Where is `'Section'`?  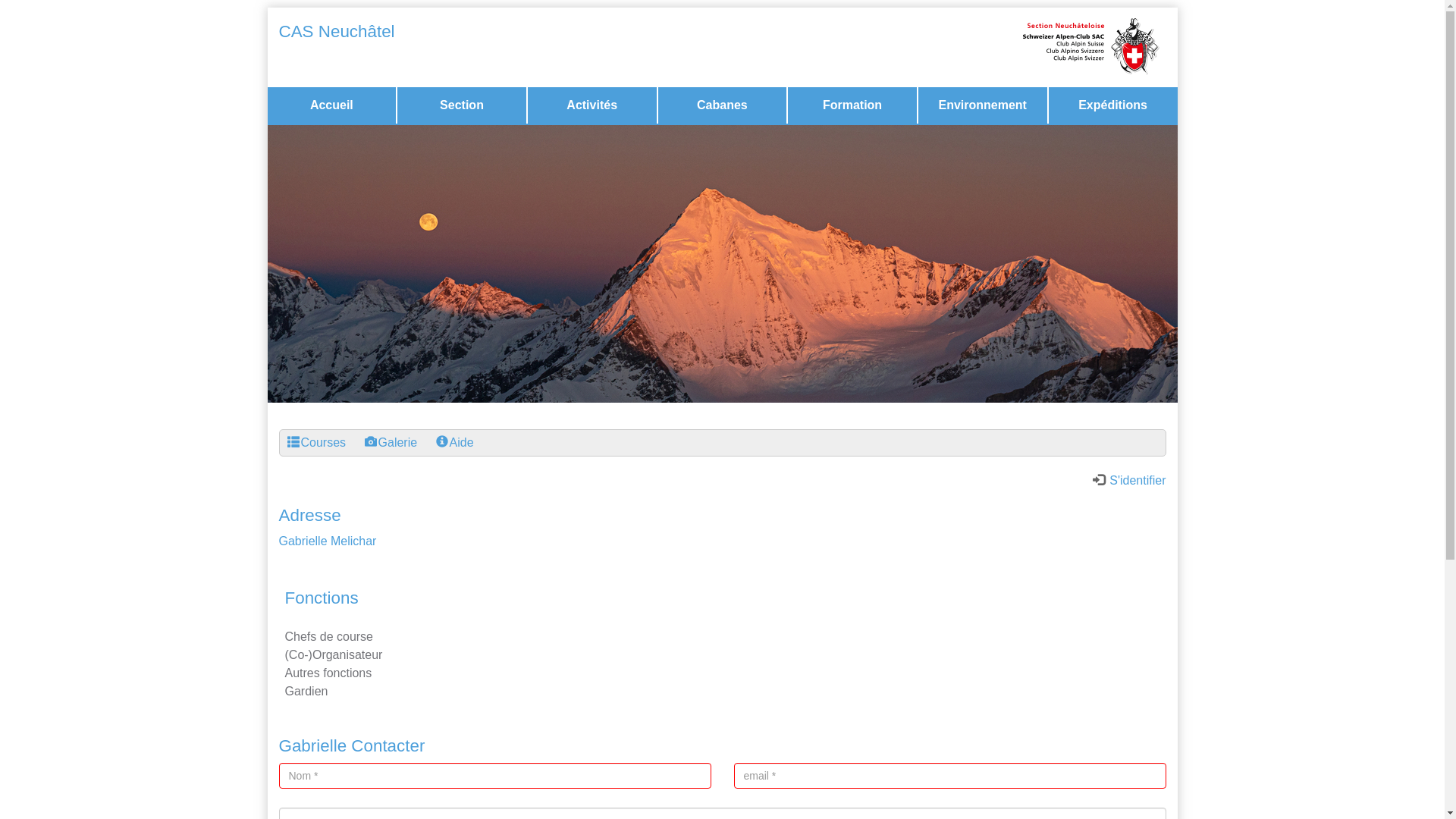 'Section' is located at coordinates (461, 104).